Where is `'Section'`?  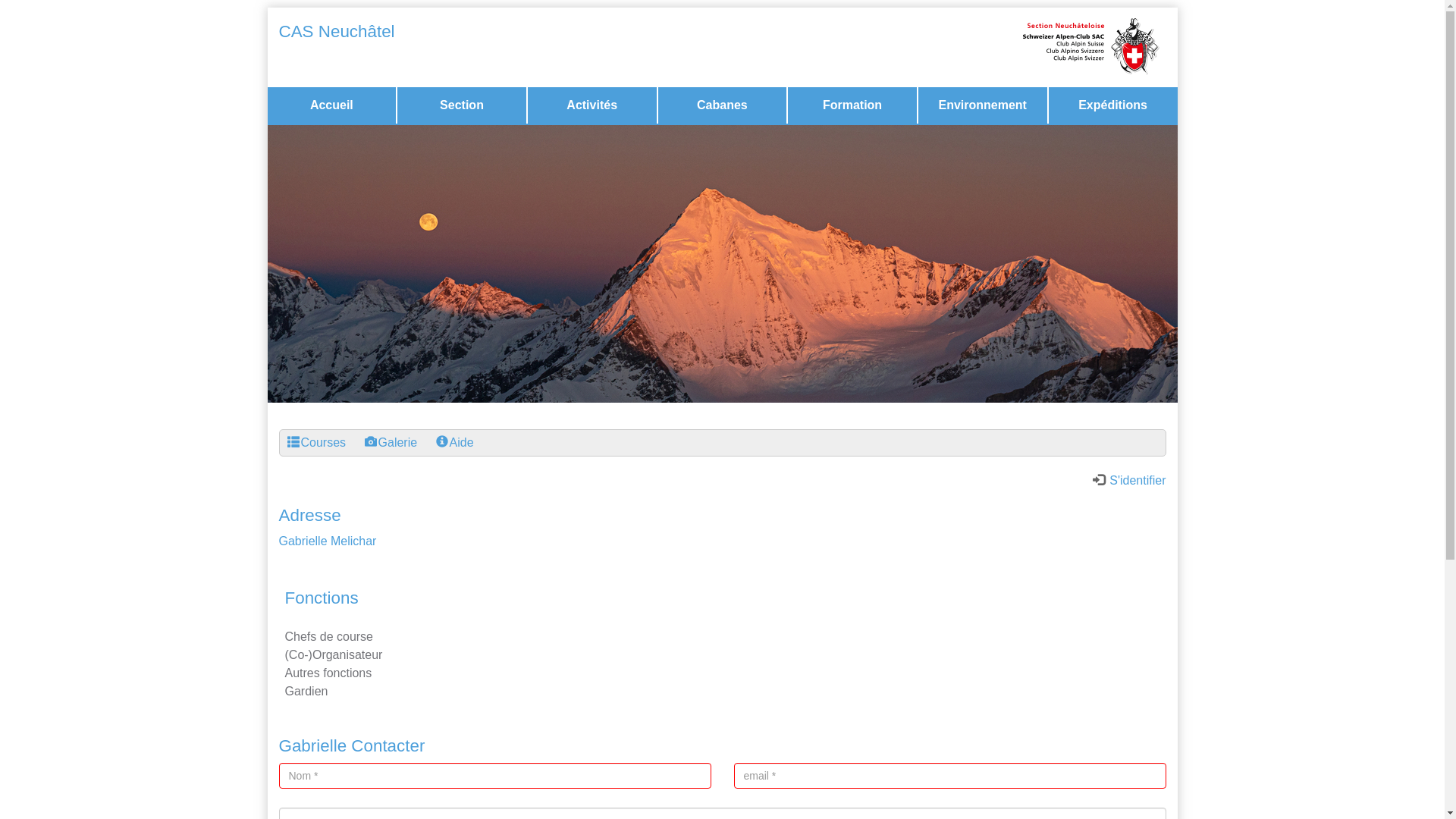 'Section' is located at coordinates (461, 104).